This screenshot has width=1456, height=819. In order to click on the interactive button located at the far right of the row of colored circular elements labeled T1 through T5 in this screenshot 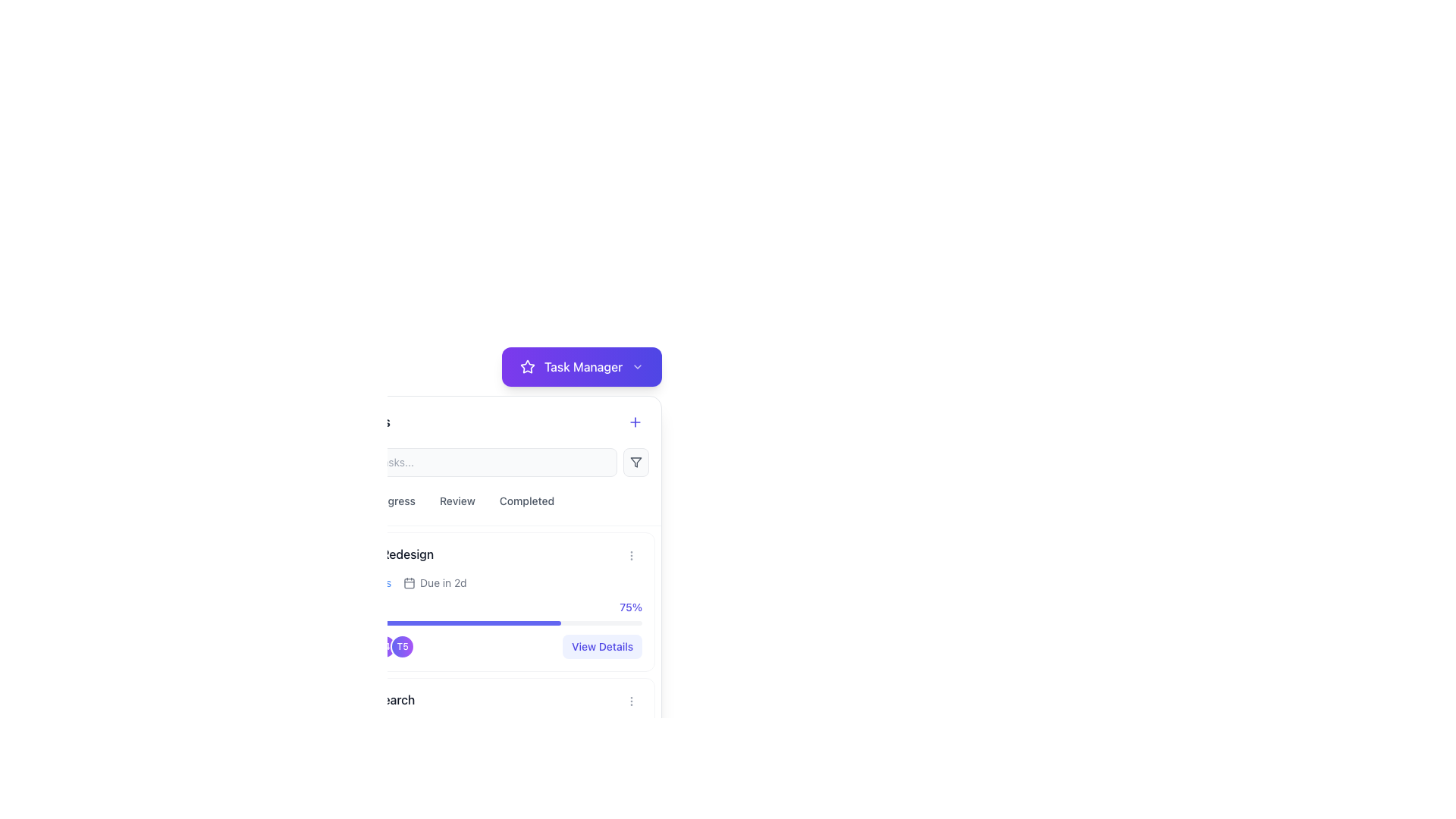, I will do `click(601, 646)`.